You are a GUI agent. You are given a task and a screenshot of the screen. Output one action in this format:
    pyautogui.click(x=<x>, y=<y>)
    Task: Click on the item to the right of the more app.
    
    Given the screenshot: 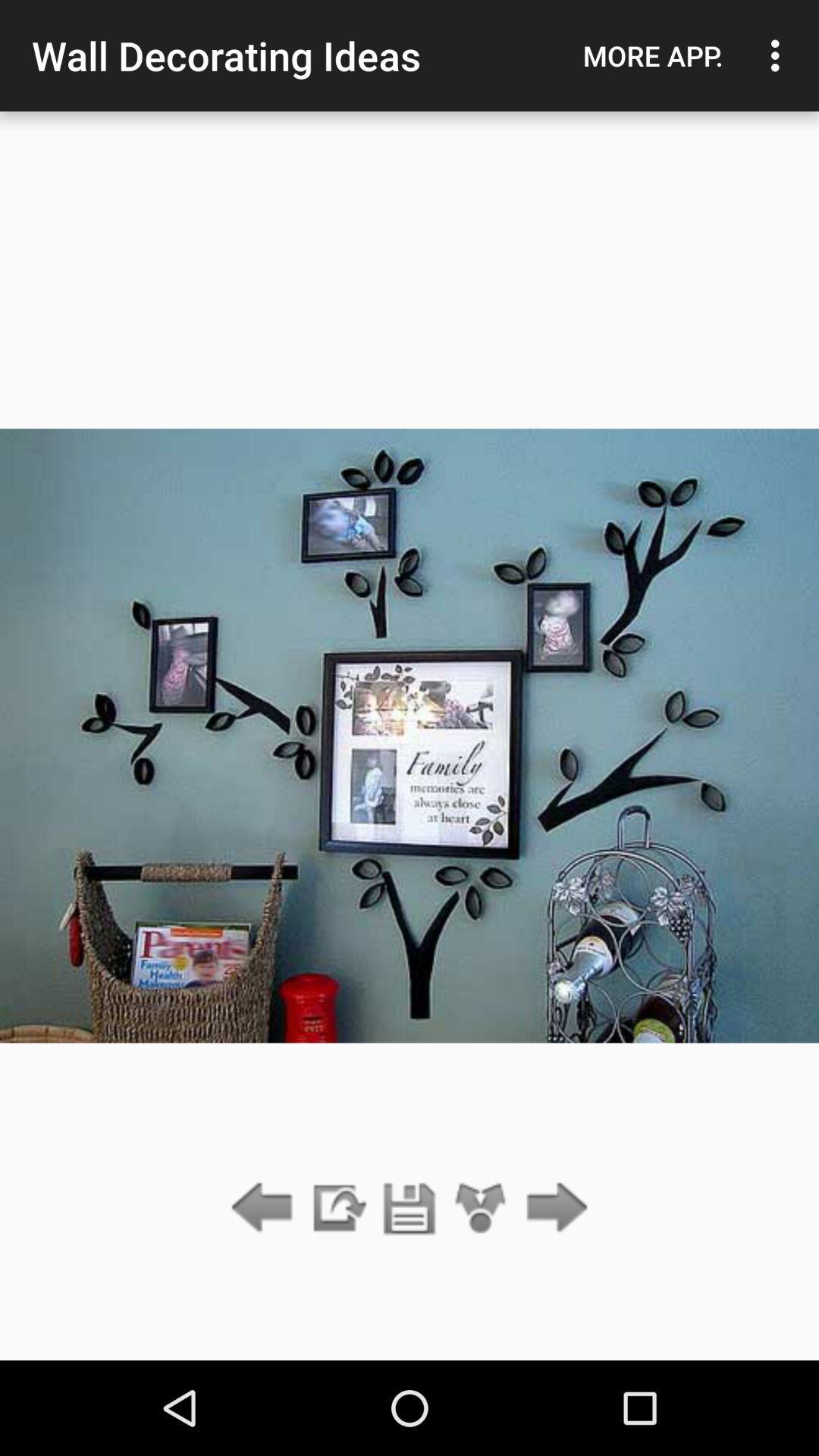 What is the action you would take?
    pyautogui.click(x=779, y=55)
    